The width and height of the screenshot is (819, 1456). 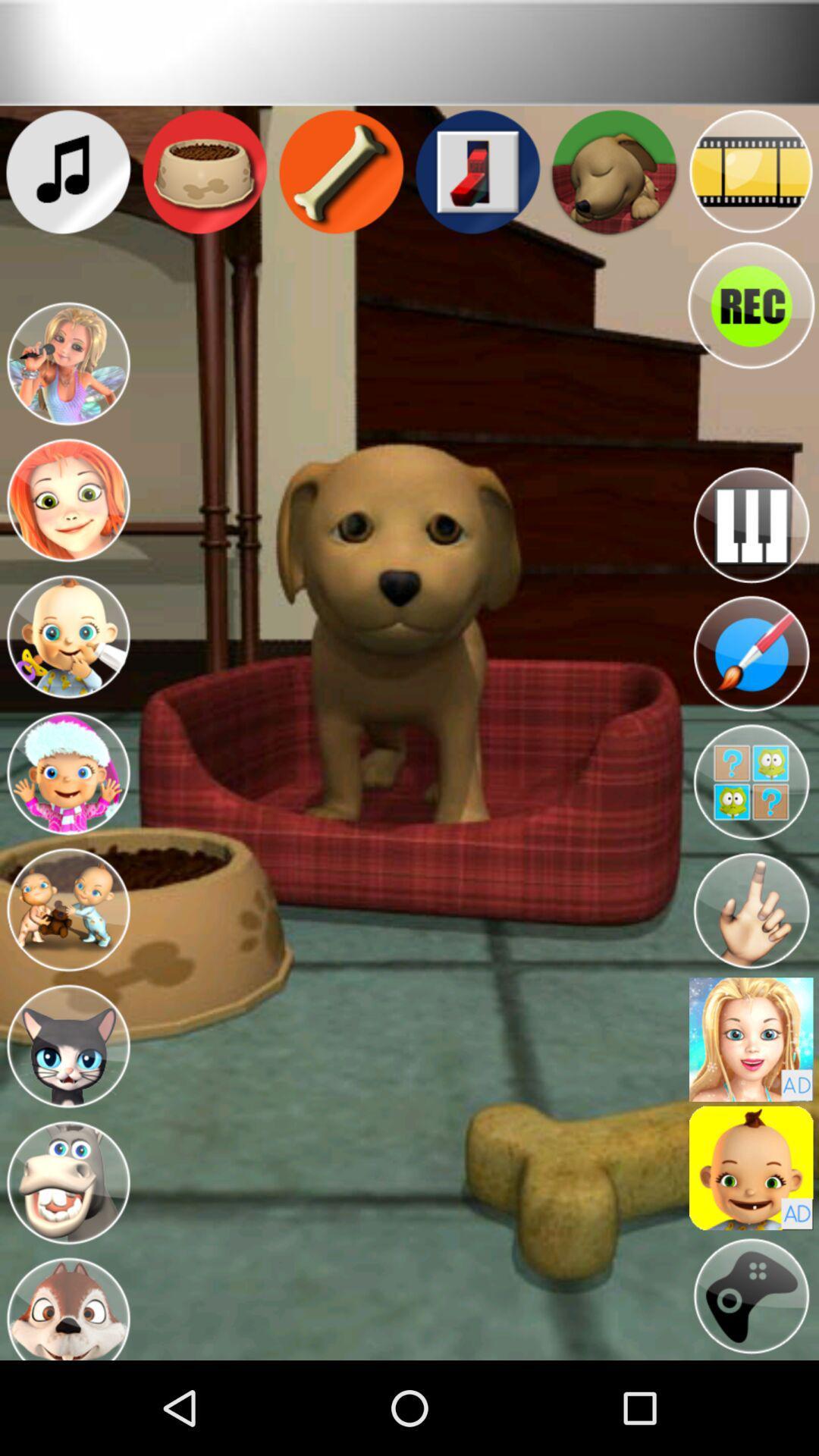 What do you see at coordinates (67, 1305) in the screenshot?
I see `squirel` at bounding box center [67, 1305].